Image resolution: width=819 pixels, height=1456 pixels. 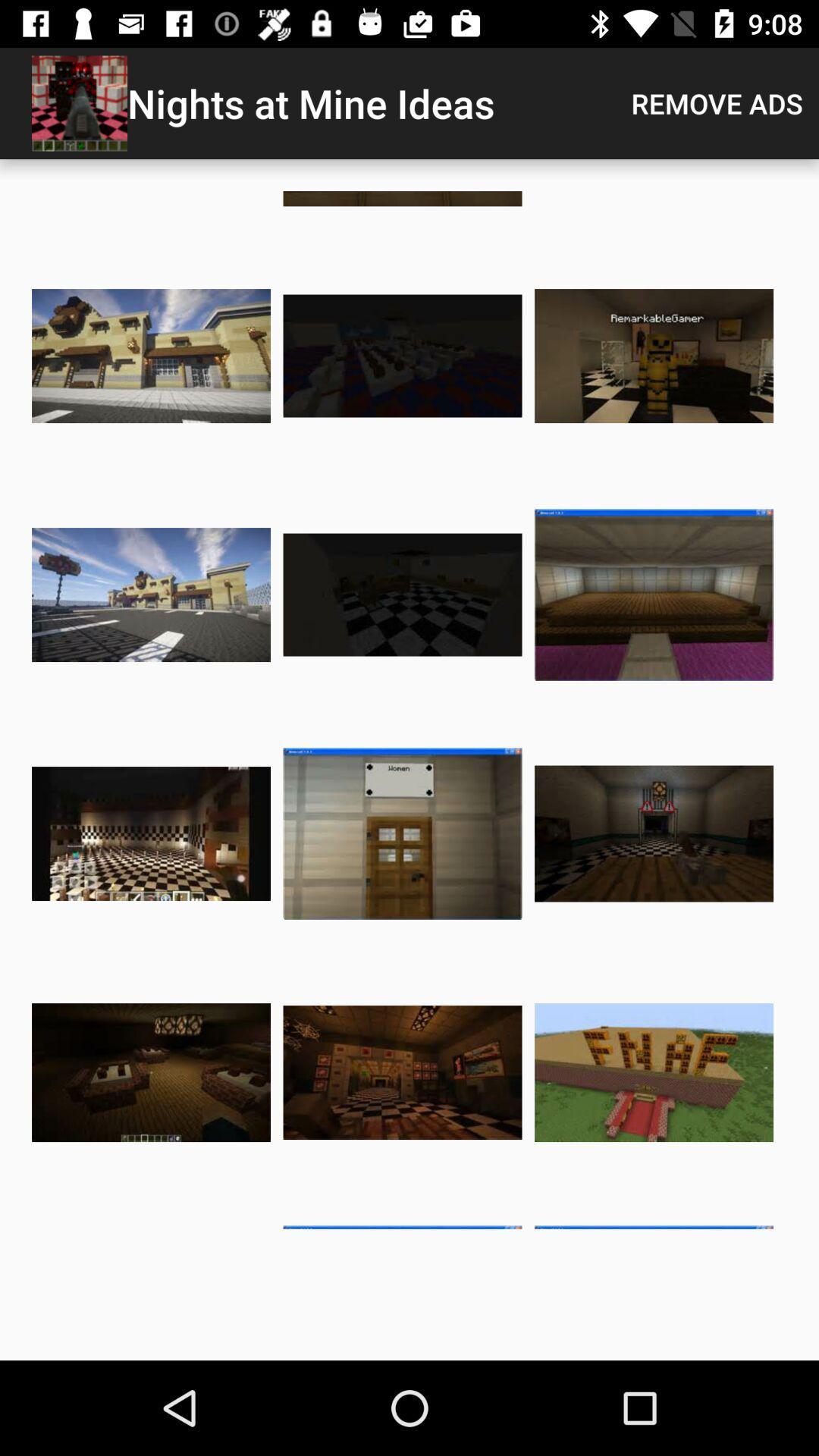 I want to click on app to the right of the nights at mine item, so click(x=717, y=102).